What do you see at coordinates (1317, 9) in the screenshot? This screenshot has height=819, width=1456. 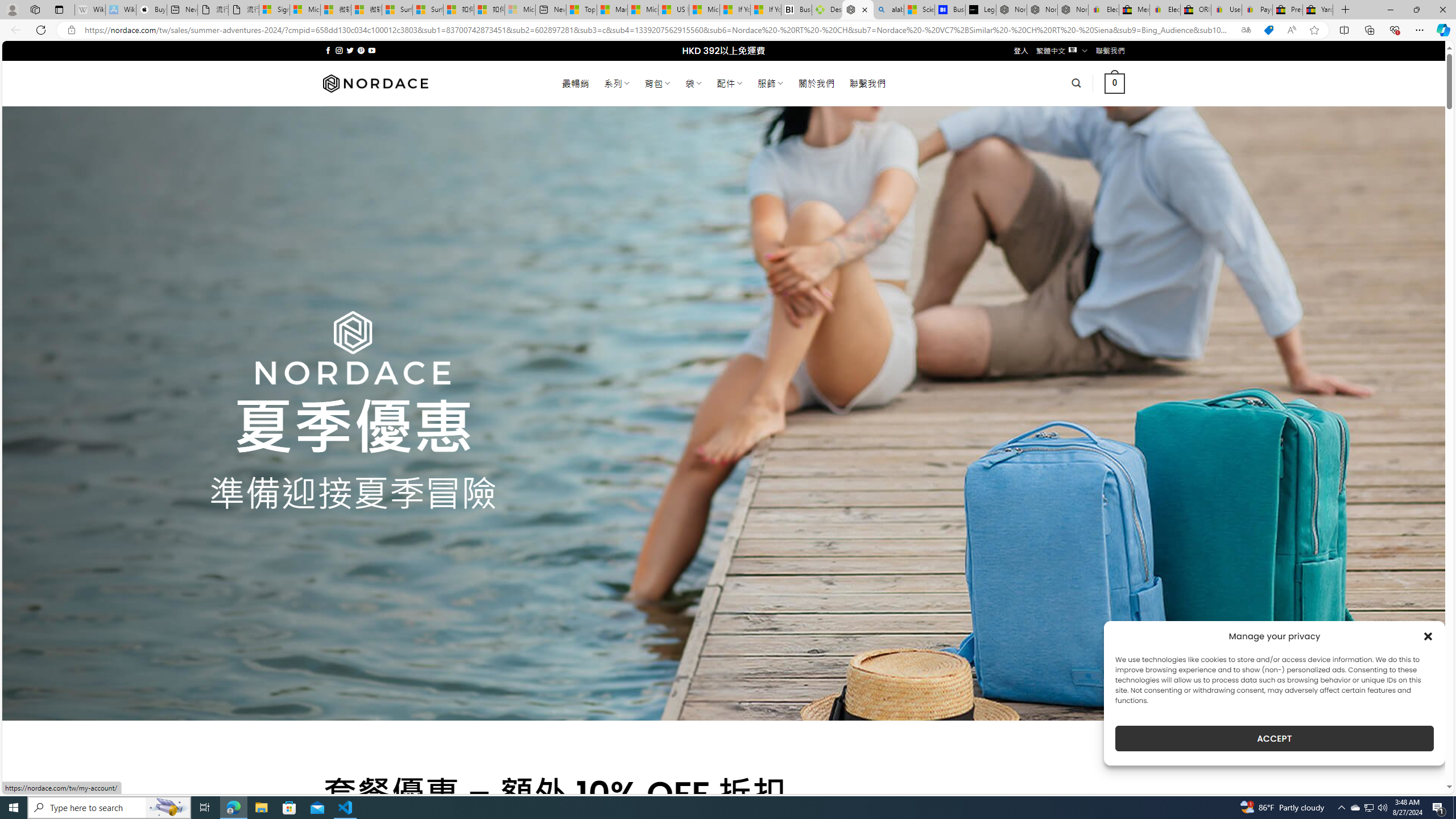 I see `'Yard, Garden & Outdoor Living'` at bounding box center [1317, 9].